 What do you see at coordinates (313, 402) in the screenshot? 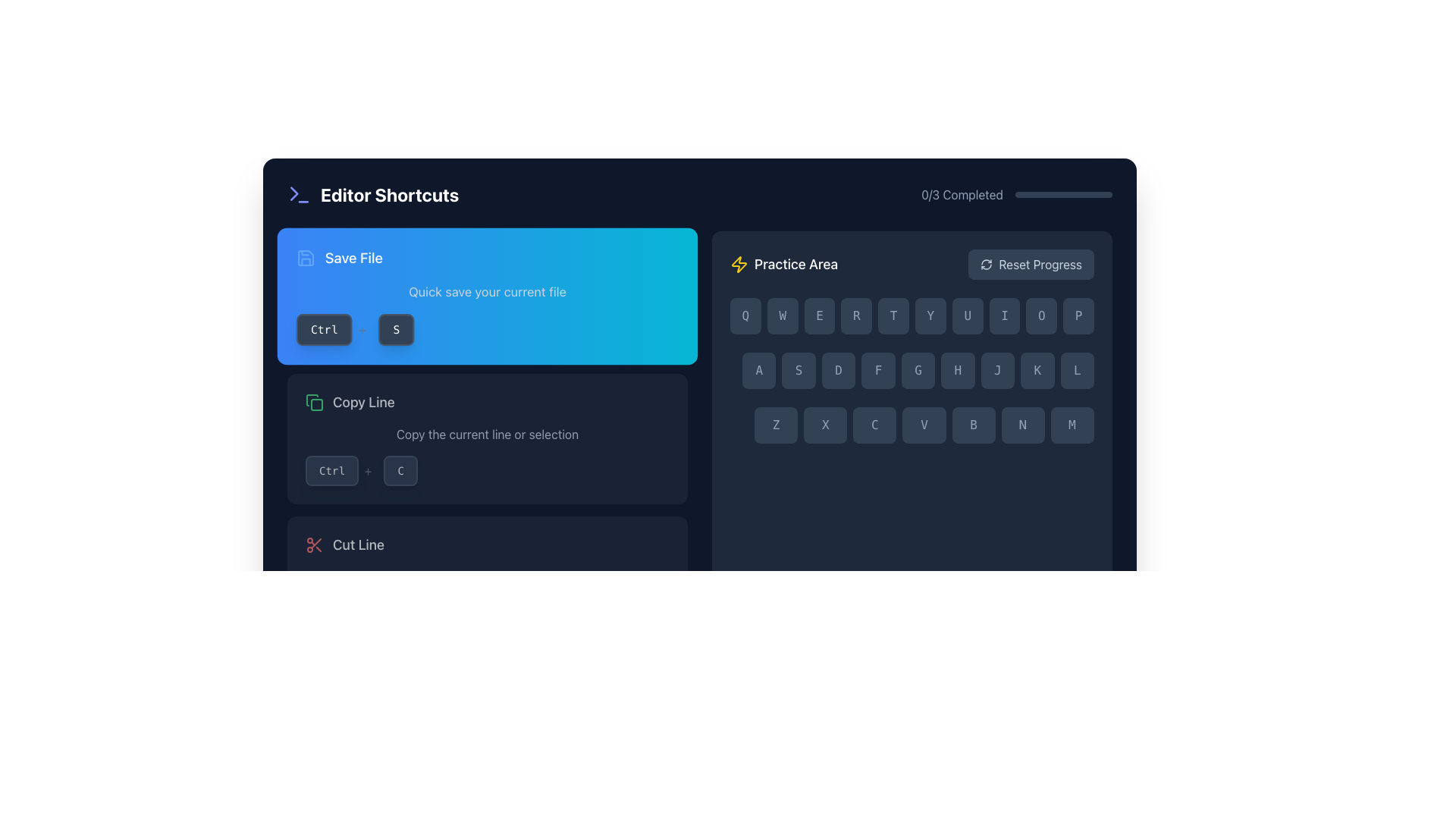
I see `the copy function icon located on the left side of the 'Copy Line' text to enhance user comprehension` at bounding box center [313, 402].